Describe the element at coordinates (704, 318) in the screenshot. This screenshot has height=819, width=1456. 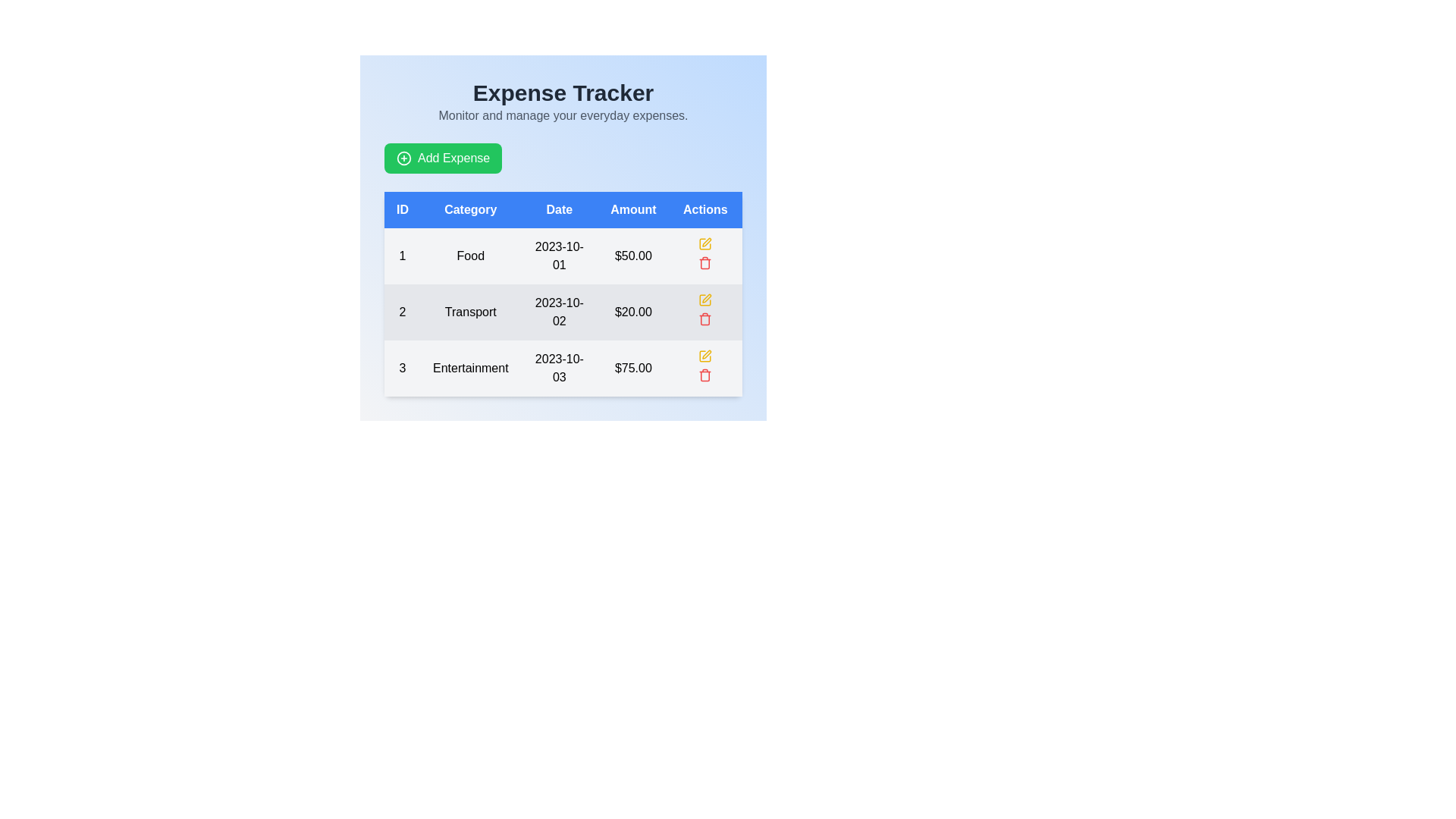
I see `the trash can icon in the second row of the table under the 'Actions' column to initiate the deletion process for the listed 'Transport' entry` at that location.